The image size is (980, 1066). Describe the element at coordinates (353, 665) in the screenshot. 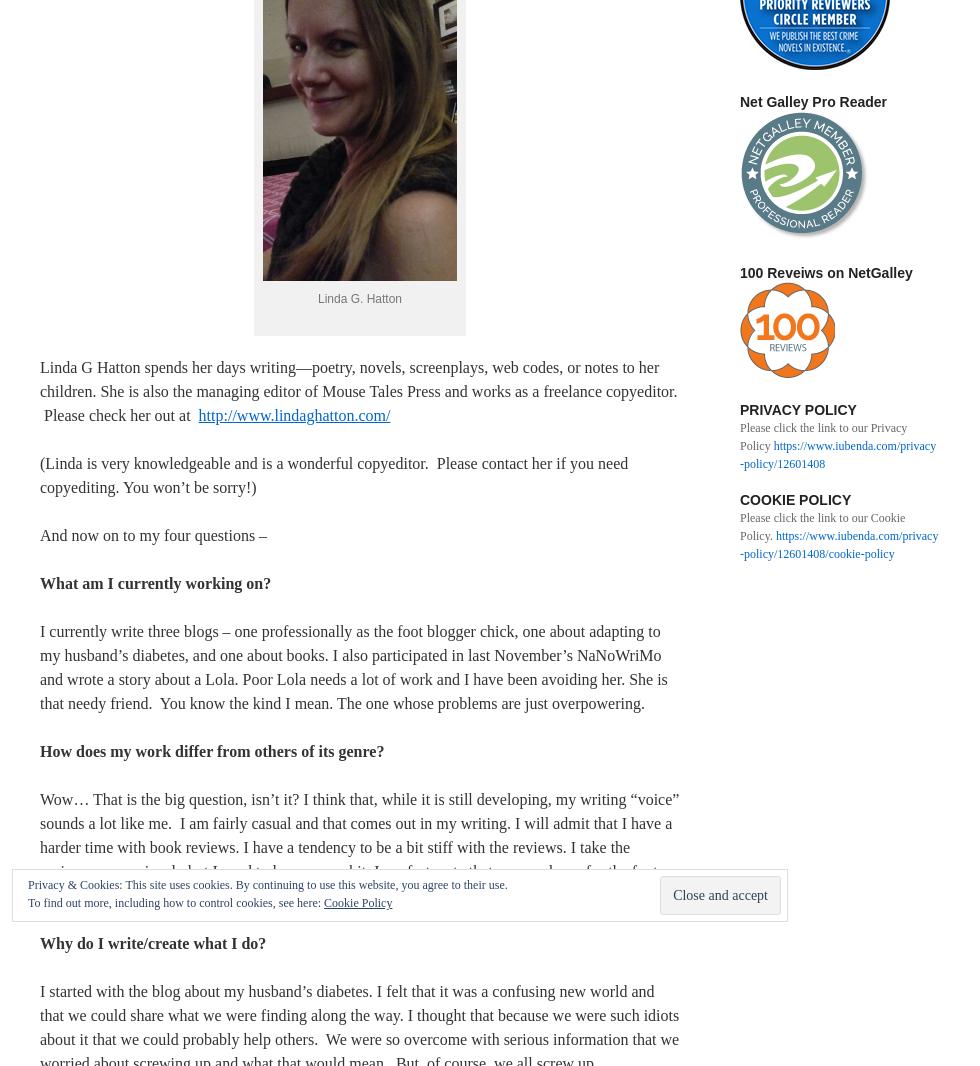

I see `'I currently write three blogs – one professionally as the foot blogger chick, one about adapting to my husband’s diabetes, and one about books. I also participated in last November’s NaNoWriMo and wrote a story about a Lola. Poor Lola needs a lot of work and I have been avoiding her. She is that needy friend.  You know the kind I mean. The one whose problems are just overpowering.'` at that location.